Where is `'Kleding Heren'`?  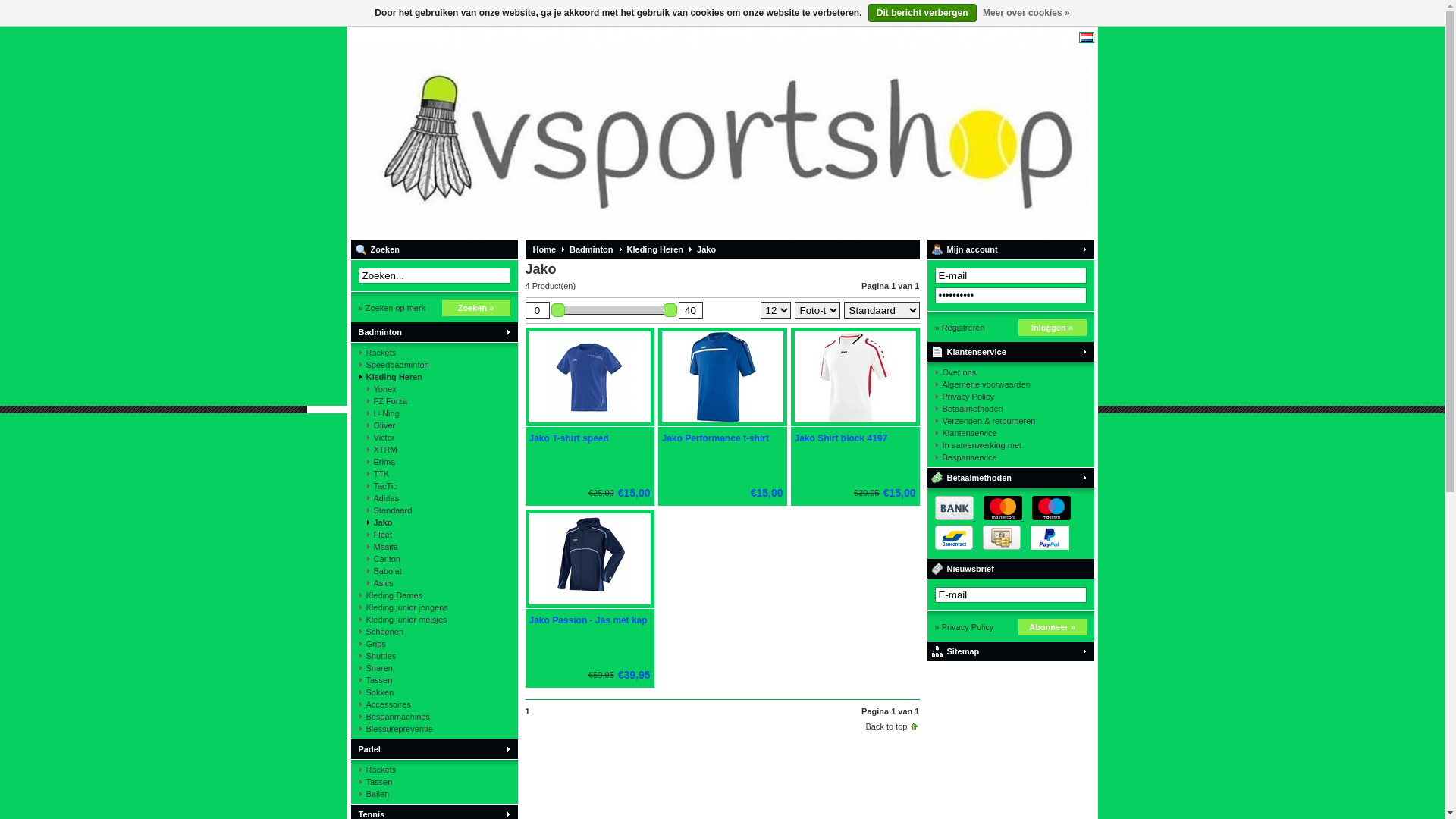
'Kleding Heren' is located at coordinates (432, 376).